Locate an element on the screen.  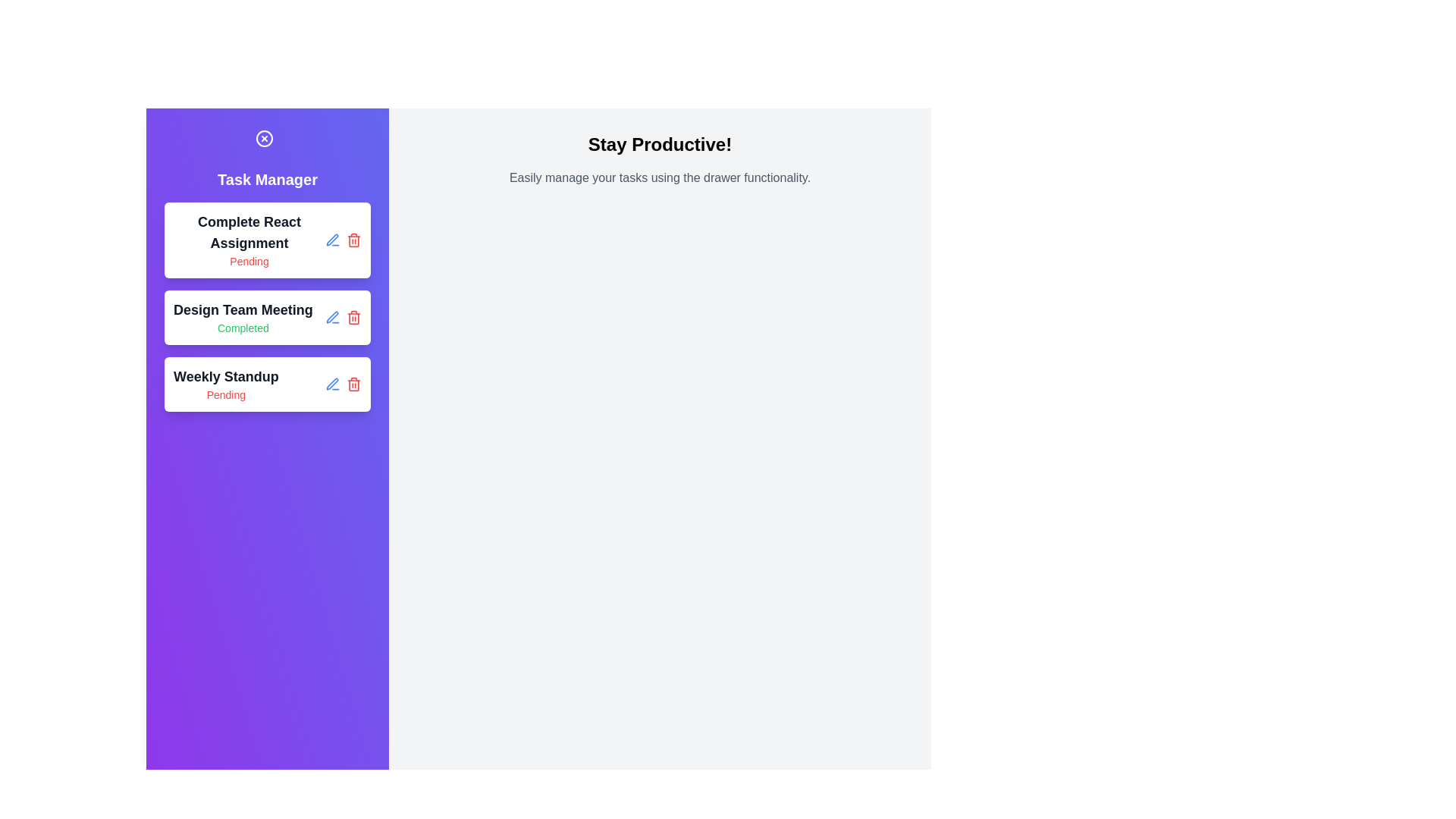
edit button for the task titled Weekly Standup is located at coordinates (331, 383).